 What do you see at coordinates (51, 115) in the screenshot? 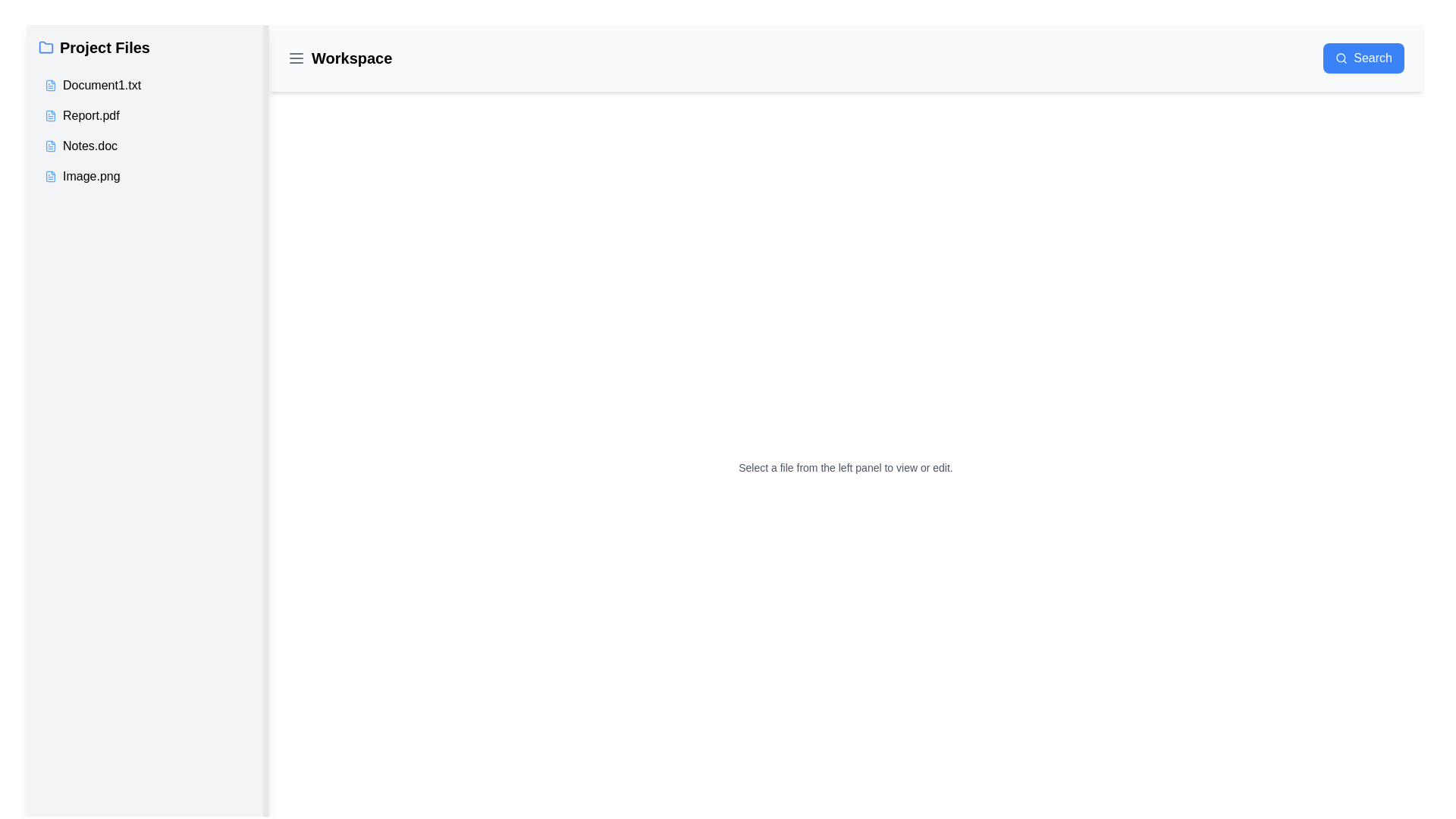
I see `the blue document icon located to the left of the text 'Report.pdf'` at bounding box center [51, 115].